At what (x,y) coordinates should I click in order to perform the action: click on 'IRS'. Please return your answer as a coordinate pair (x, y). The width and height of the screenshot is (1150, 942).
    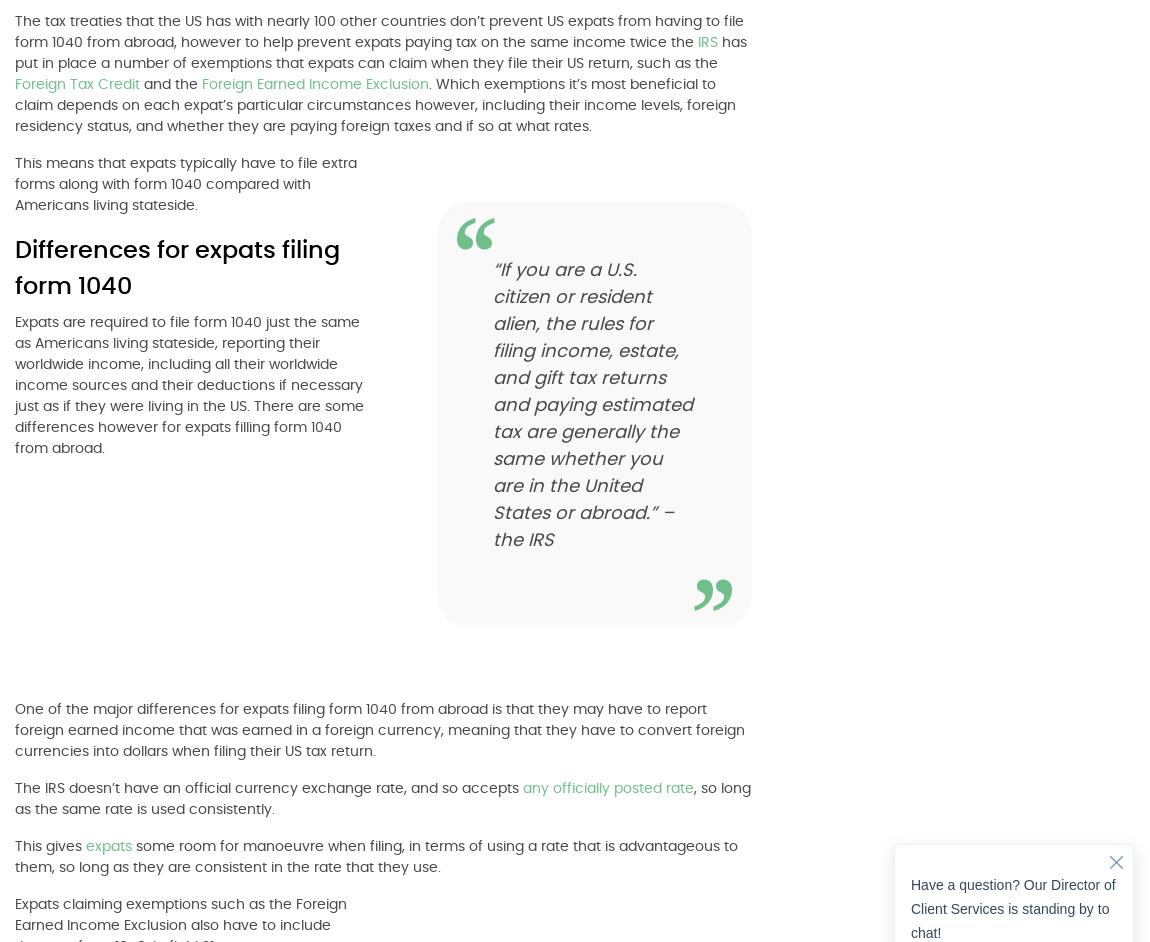
    Looking at the image, I should click on (709, 42).